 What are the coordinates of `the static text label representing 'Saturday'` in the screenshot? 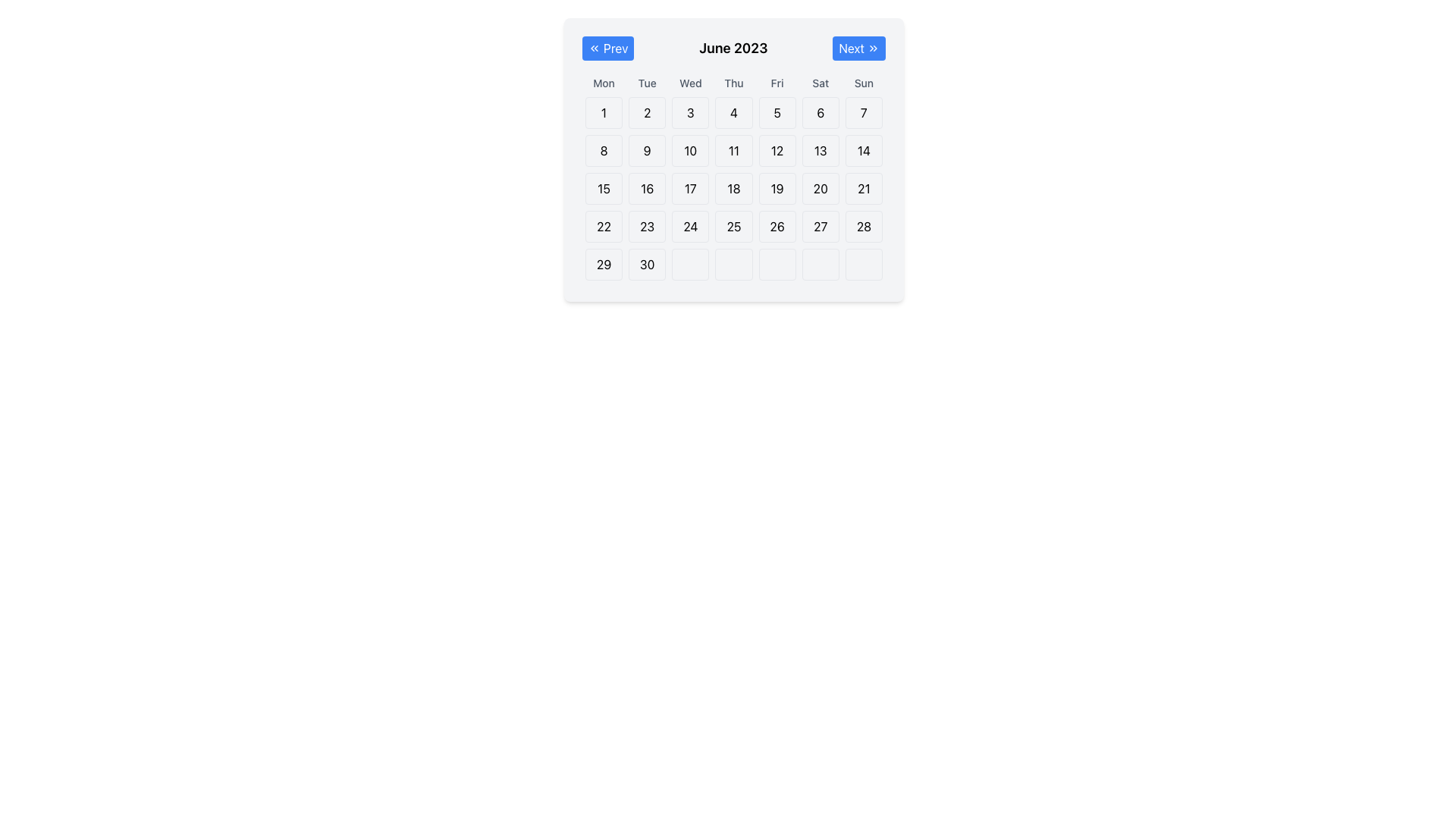 It's located at (820, 83).